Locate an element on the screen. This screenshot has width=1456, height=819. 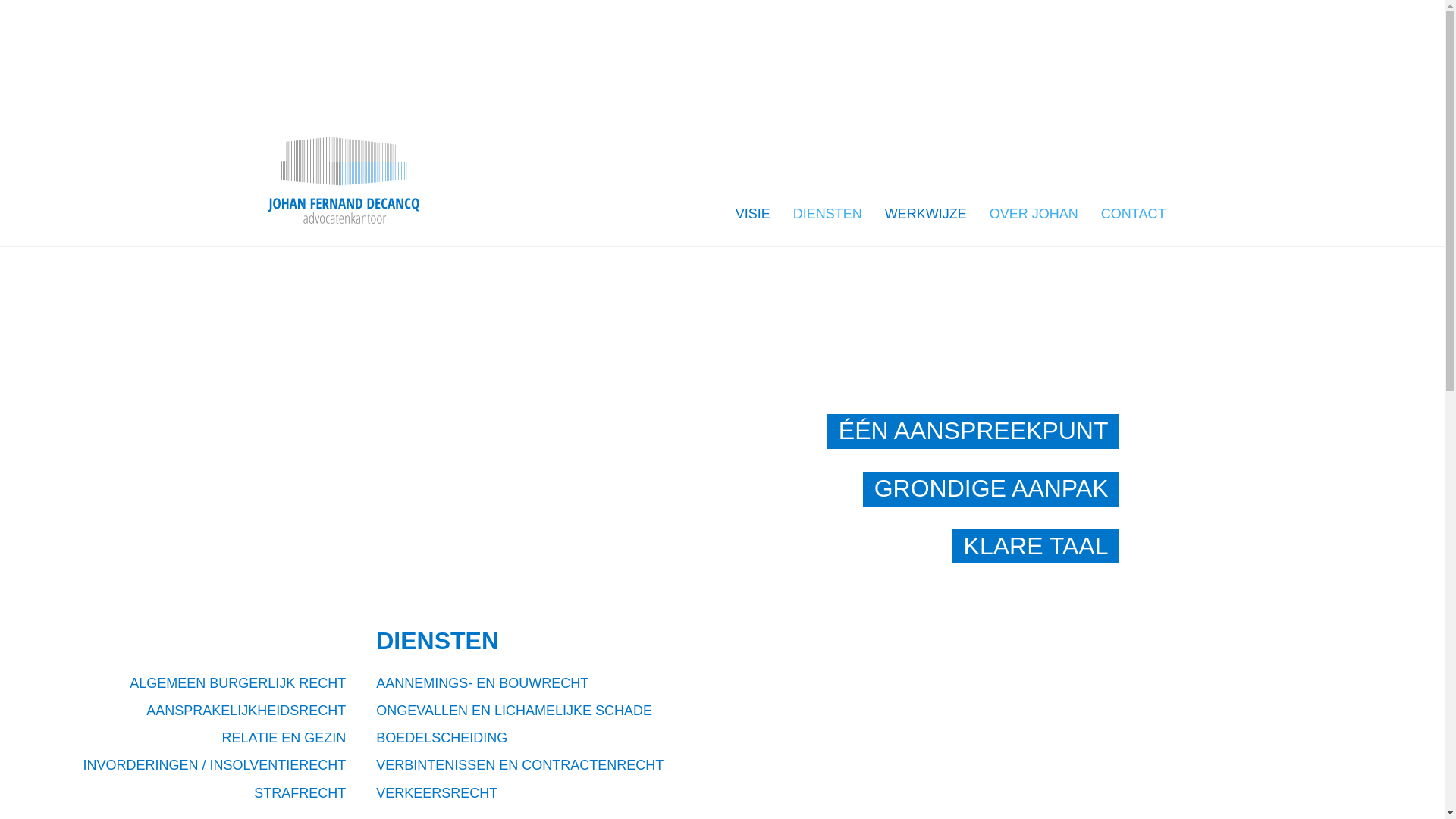
'AANSPRAKELIJKHEIDSRECHT' is located at coordinates (146, 711).